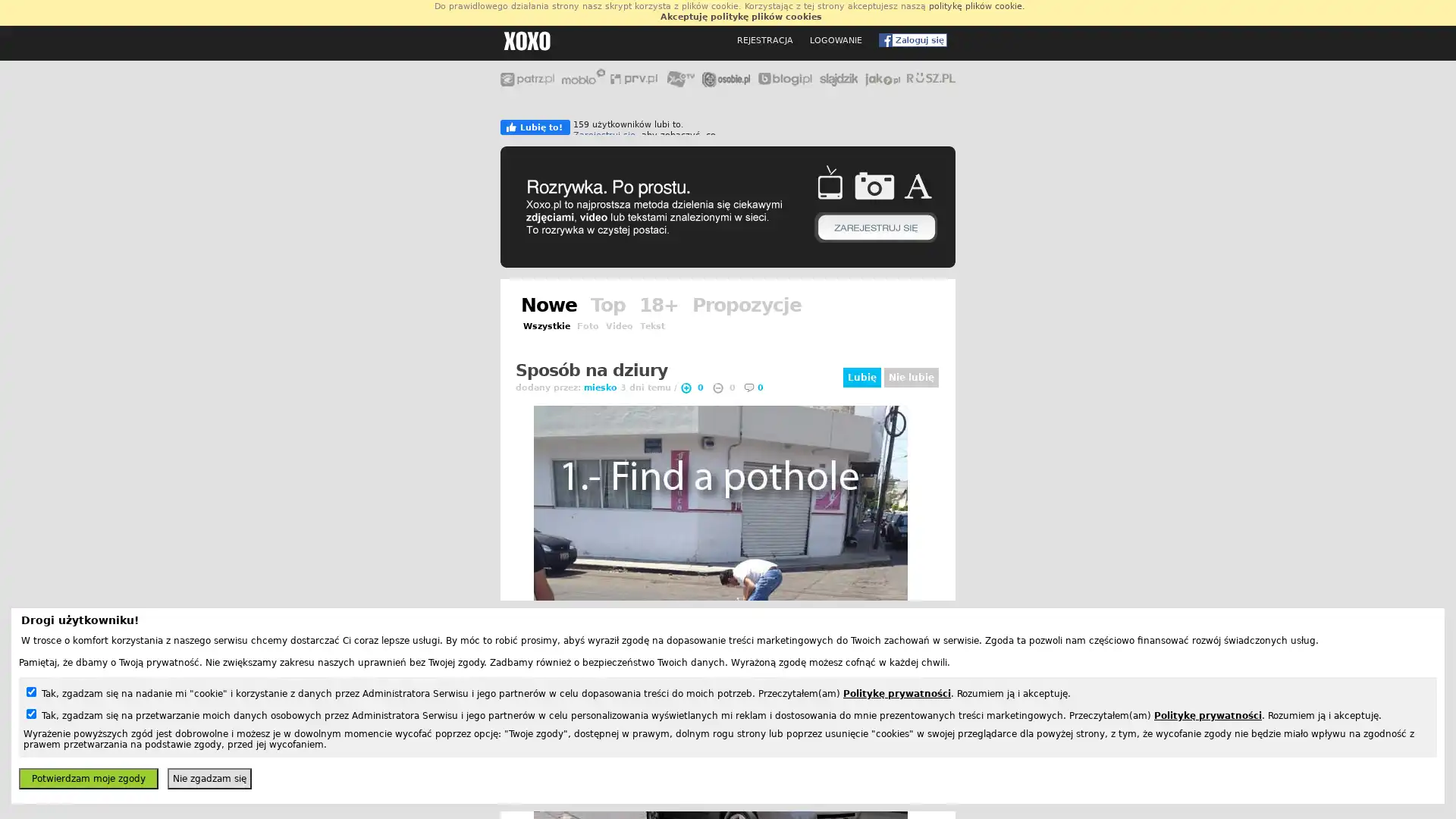 The image size is (1456, 819). What do you see at coordinates (209, 778) in the screenshot?
I see `Nie zgadzam sie` at bounding box center [209, 778].